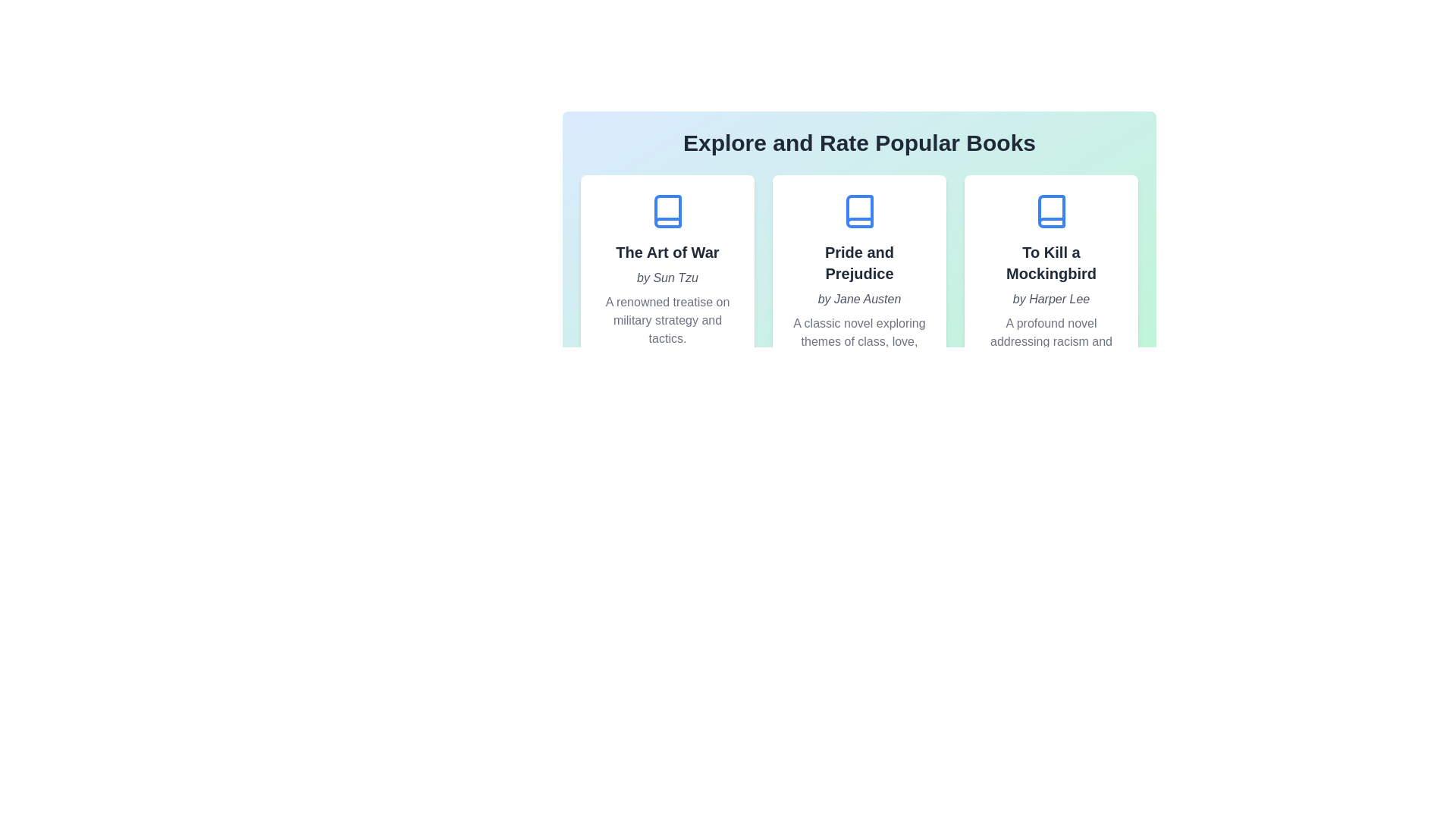  What do you see at coordinates (1050, 211) in the screenshot?
I see `the book icon for the book titled 'To Kill a Mockingbird' to indicate interest` at bounding box center [1050, 211].